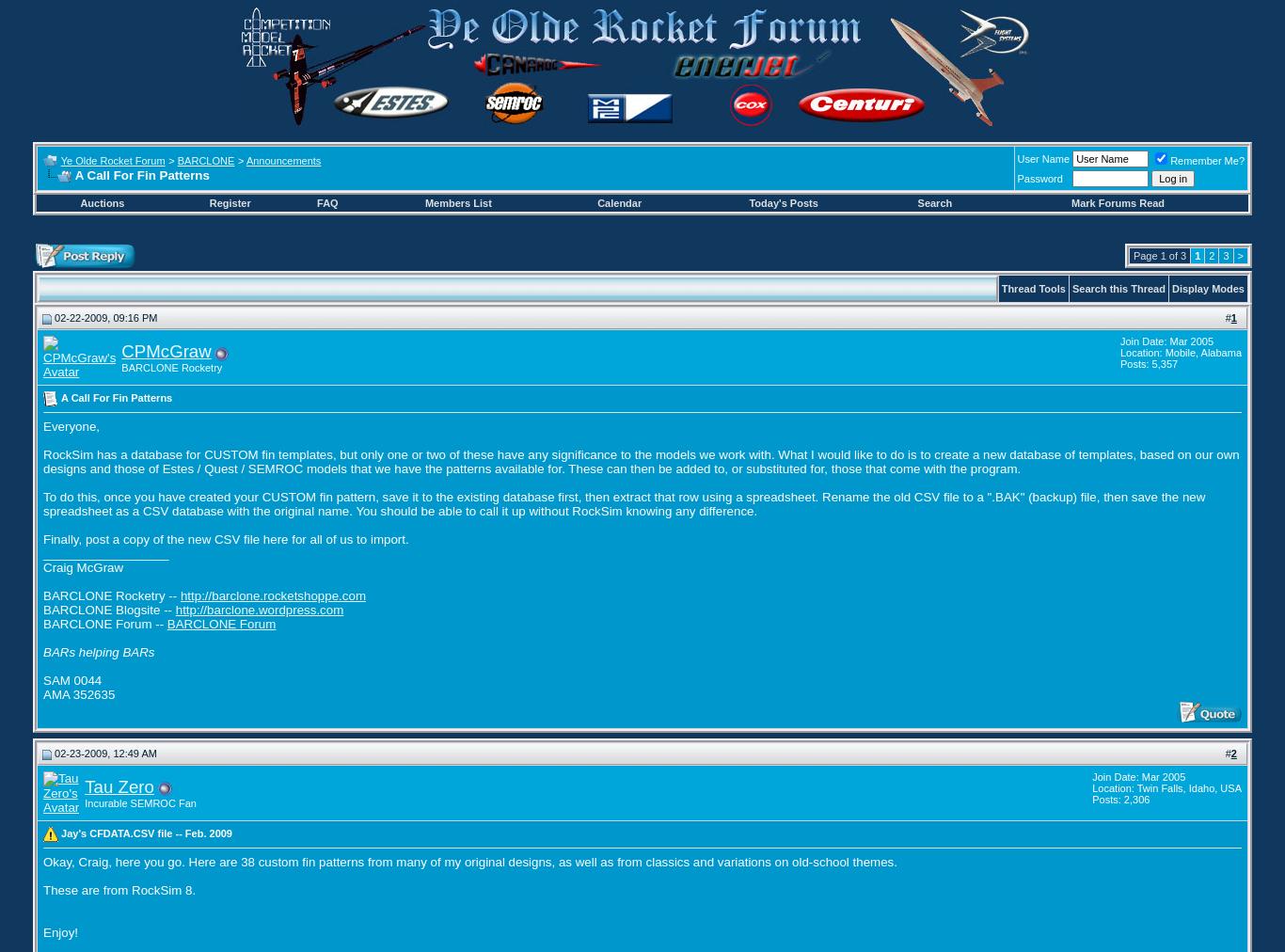  Describe the element at coordinates (119, 367) in the screenshot. I see `'BARCLONE Rocketry'` at that location.